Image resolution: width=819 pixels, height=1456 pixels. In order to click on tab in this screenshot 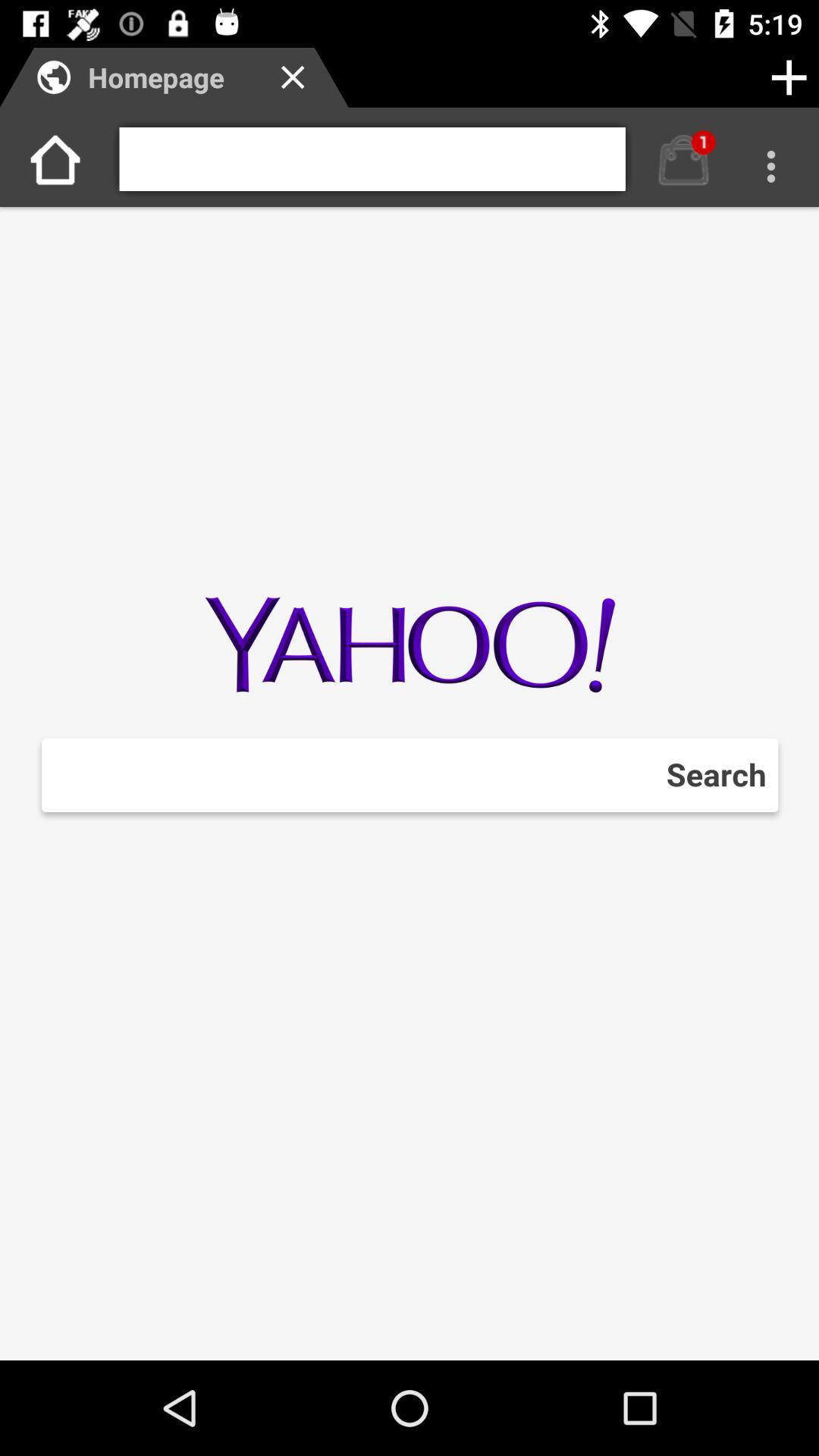, I will do `click(788, 77)`.